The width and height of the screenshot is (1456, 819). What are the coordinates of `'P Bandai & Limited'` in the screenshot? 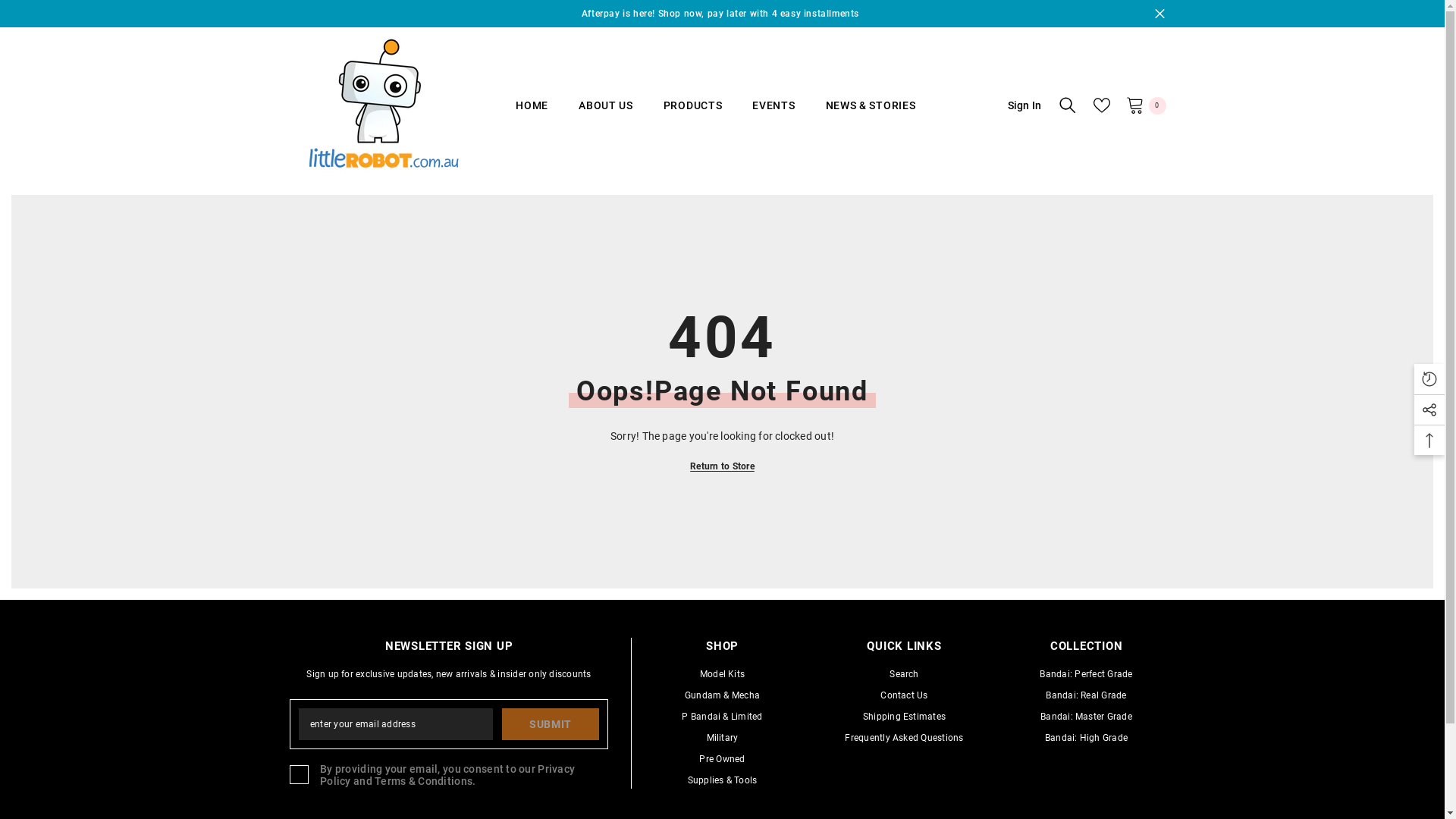 It's located at (720, 717).